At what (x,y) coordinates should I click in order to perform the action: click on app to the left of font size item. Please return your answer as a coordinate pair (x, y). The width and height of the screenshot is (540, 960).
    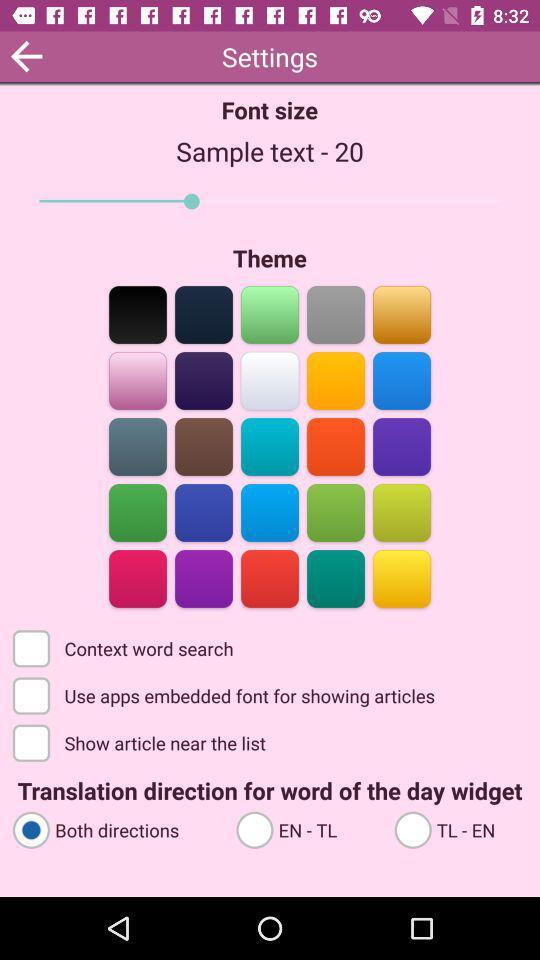
    Looking at the image, I should click on (25, 55).